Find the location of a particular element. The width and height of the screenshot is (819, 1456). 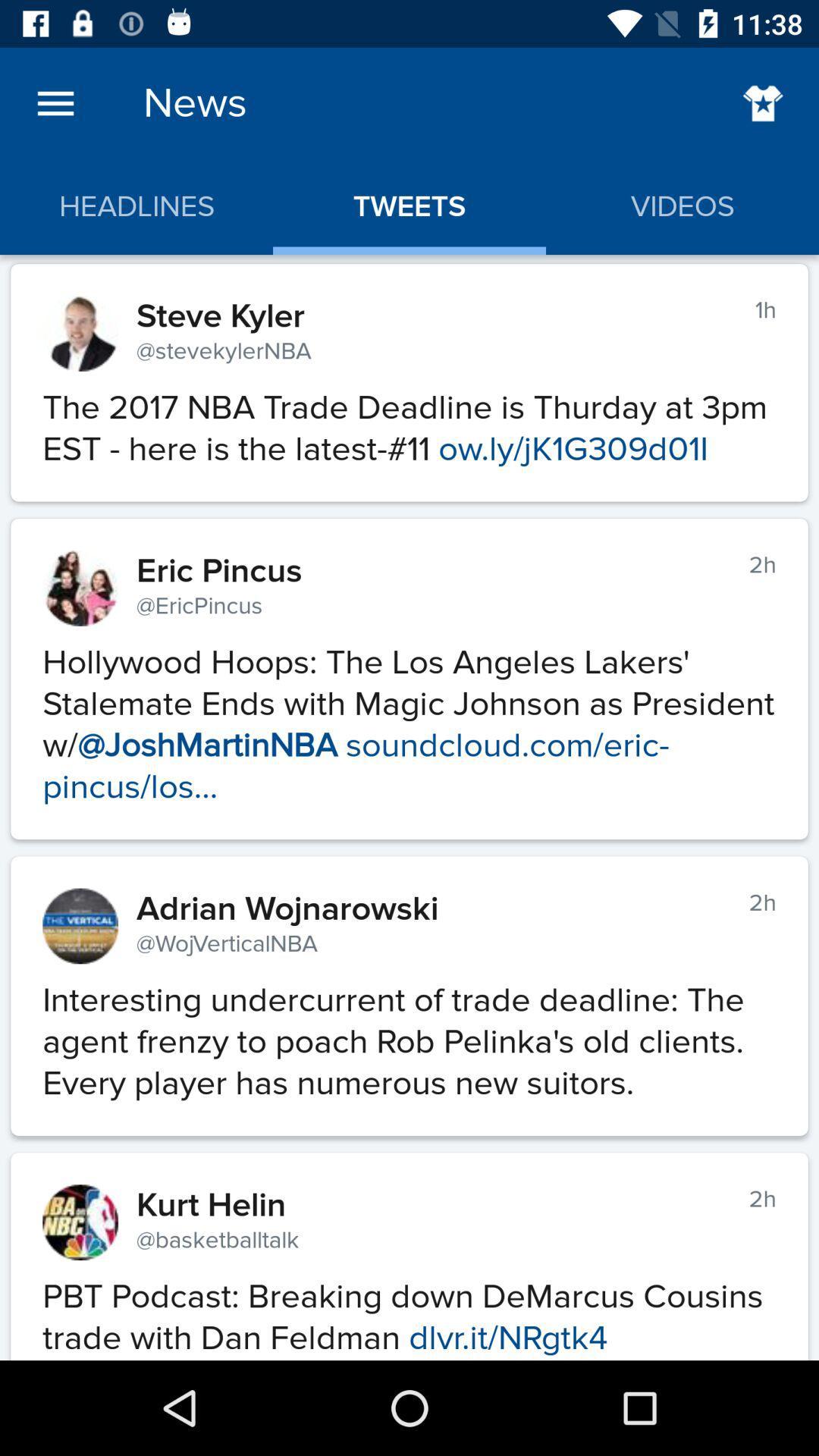

the videos item is located at coordinates (681, 206).